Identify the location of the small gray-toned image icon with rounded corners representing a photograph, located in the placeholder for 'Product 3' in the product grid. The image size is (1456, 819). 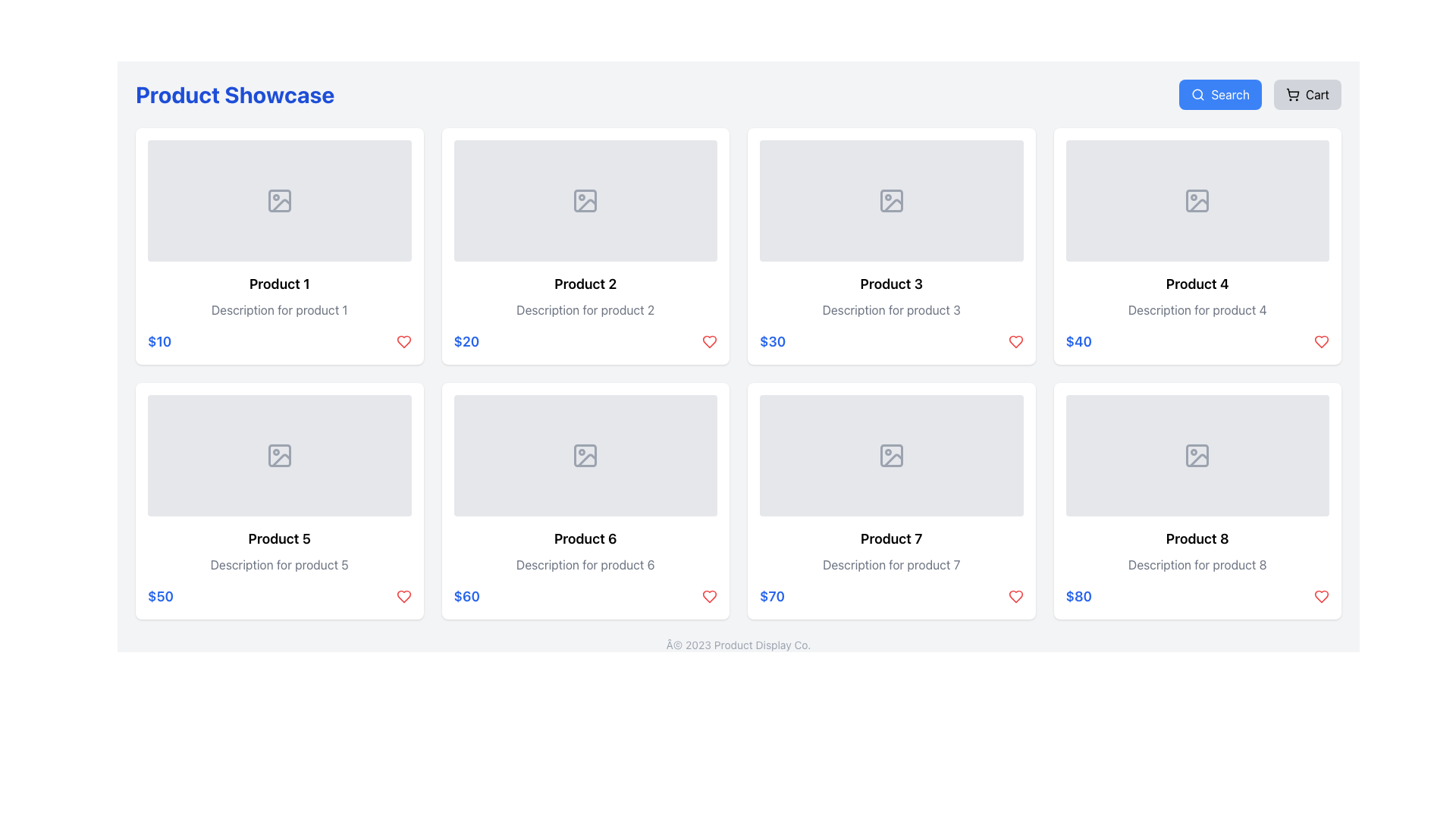
(891, 200).